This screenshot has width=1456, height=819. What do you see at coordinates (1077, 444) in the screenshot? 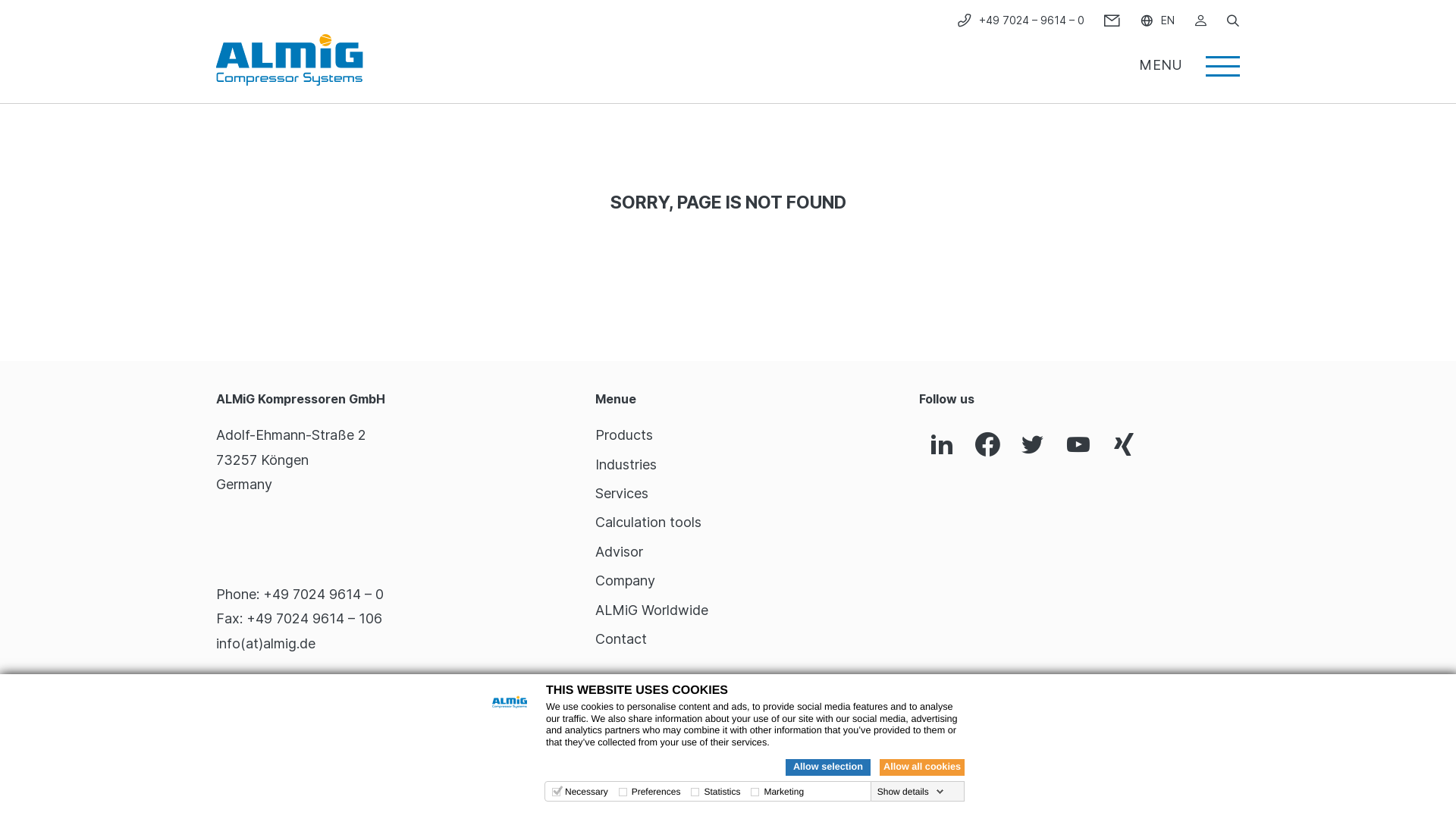
I see `'YouTube'` at bounding box center [1077, 444].